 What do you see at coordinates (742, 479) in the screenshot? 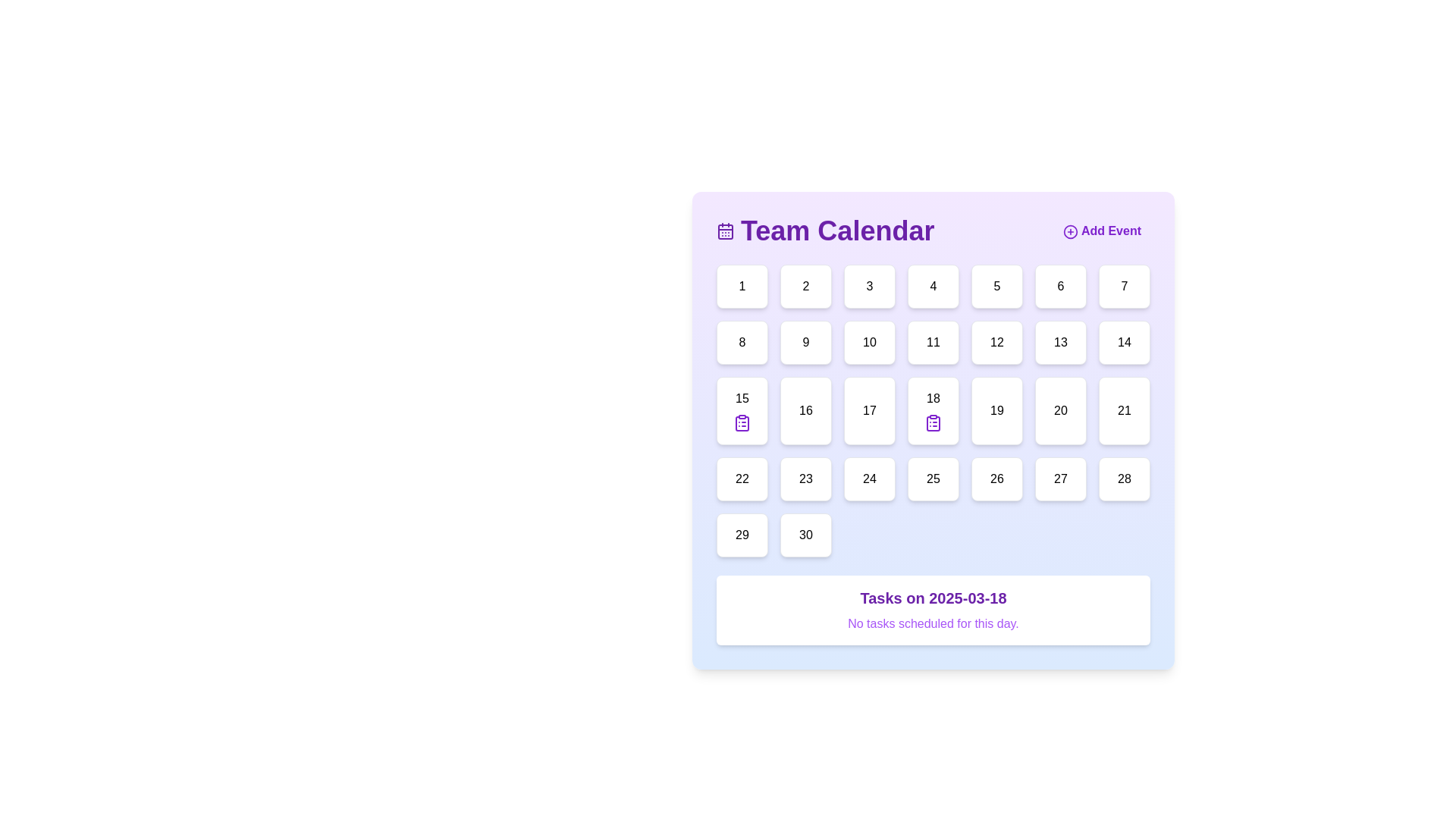
I see `the selectable date button located in the 22nd cell of the calendar grid` at bounding box center [742, 479].